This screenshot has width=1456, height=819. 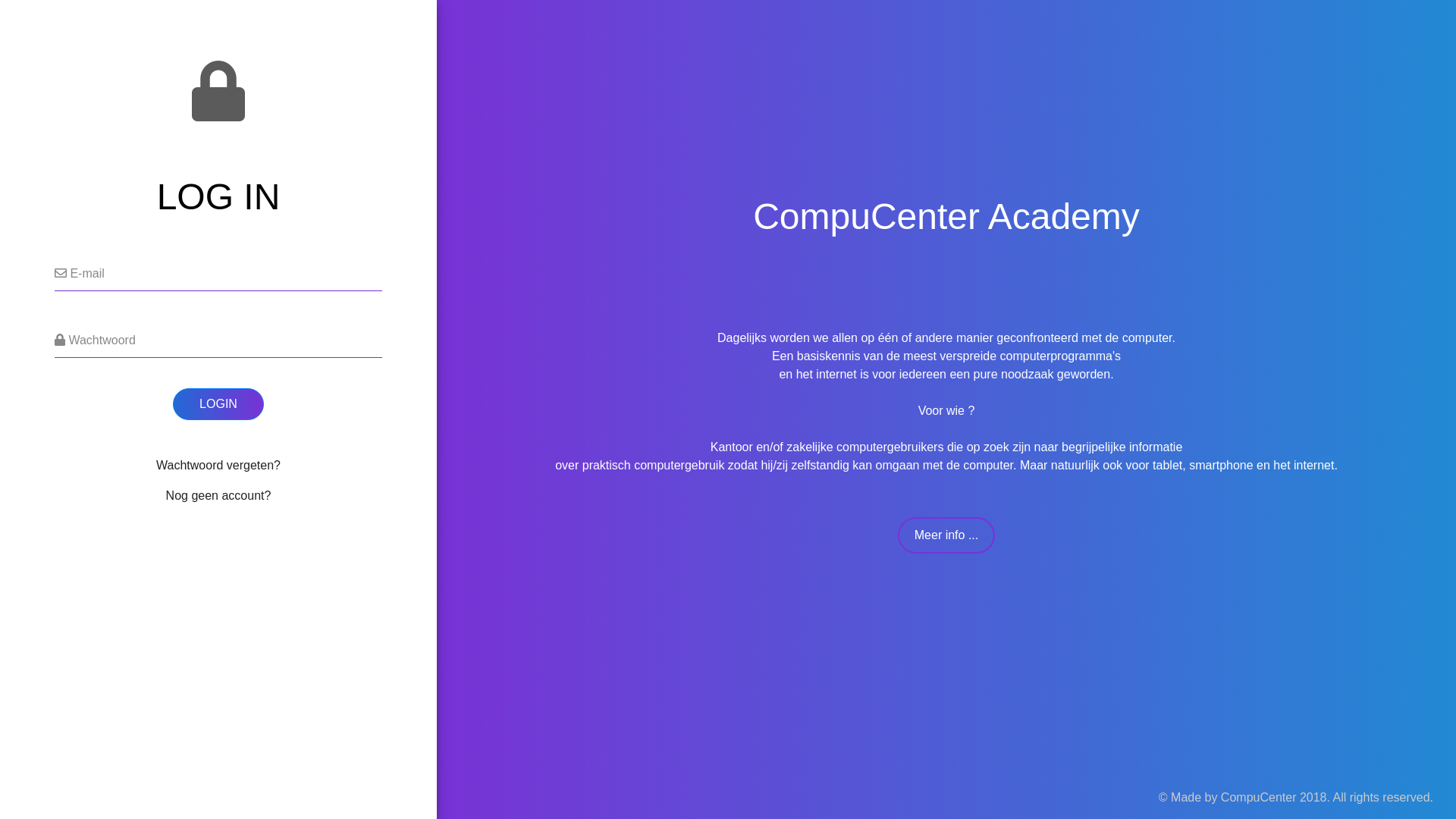 I want to click on 'Wachtwoord vergeten?', so click(x=218, y=464).